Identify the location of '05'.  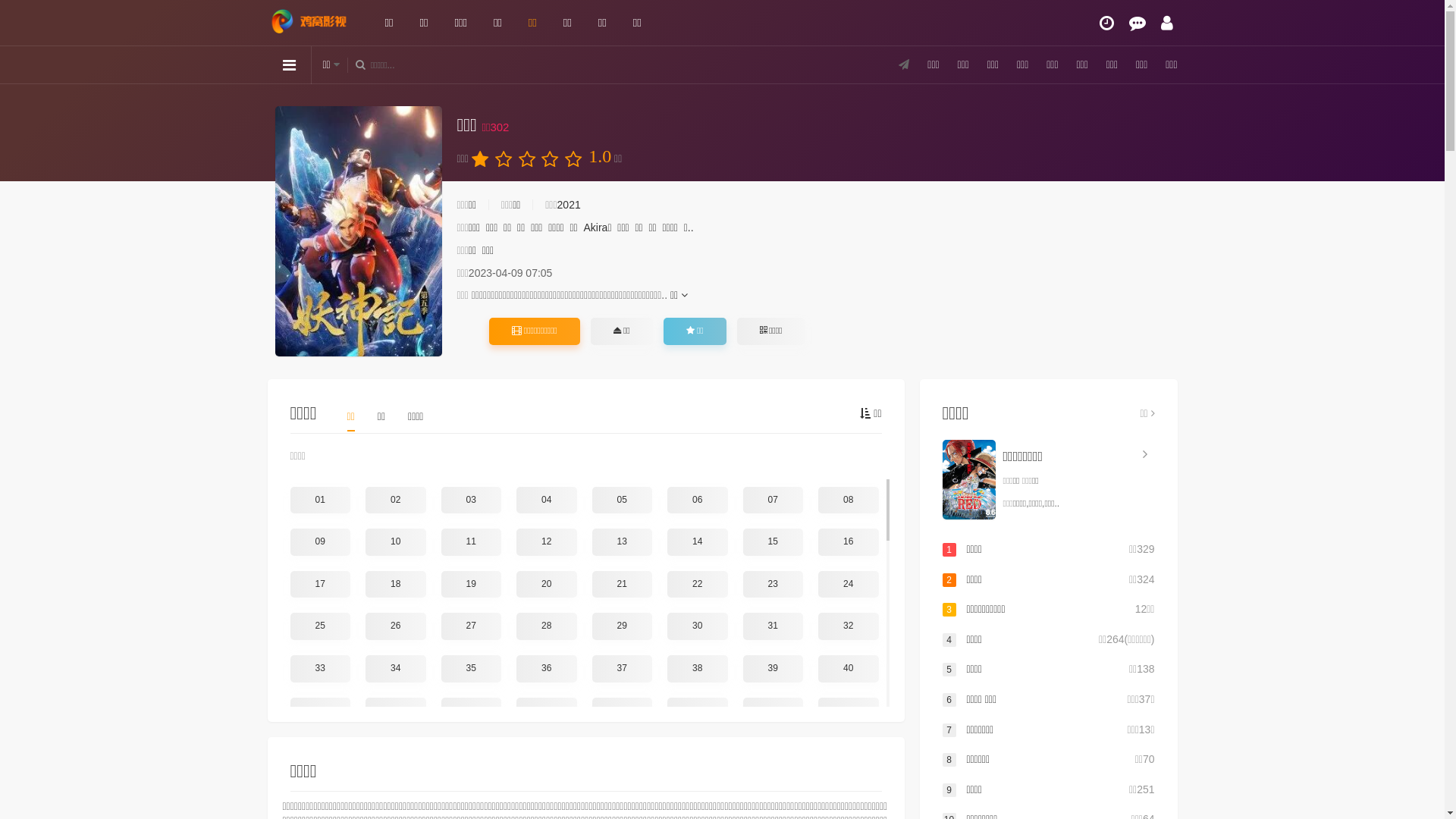
(622, 500).